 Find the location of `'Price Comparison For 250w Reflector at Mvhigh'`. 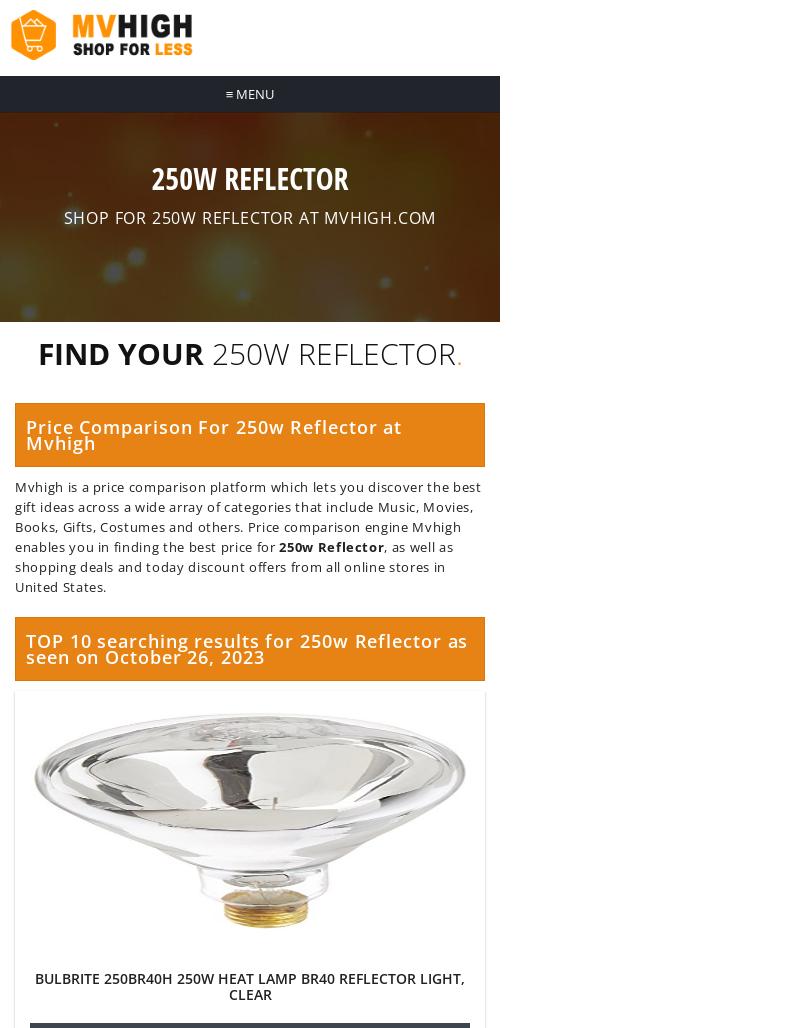

'Price Comparison For 250w Reflector at Mvhigh' is located at coordinates (212, 435).